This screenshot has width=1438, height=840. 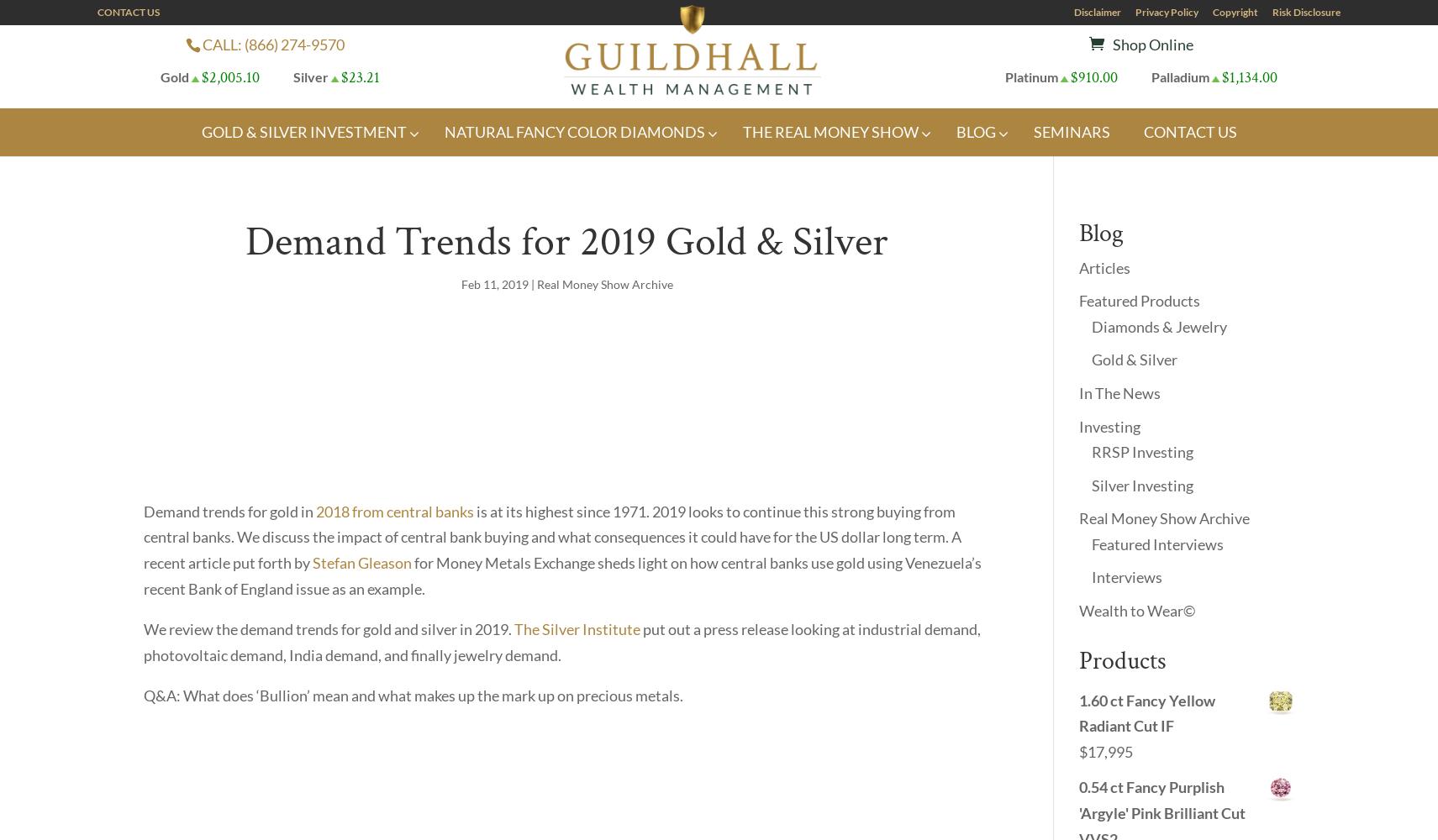 What do you see at coordinates (413, 695) in the screenshot?
I see `'Q&A: What does ‘Bullion’ mean and what makes up the mark up on precious metals.'` at bounding box center [413, 695].